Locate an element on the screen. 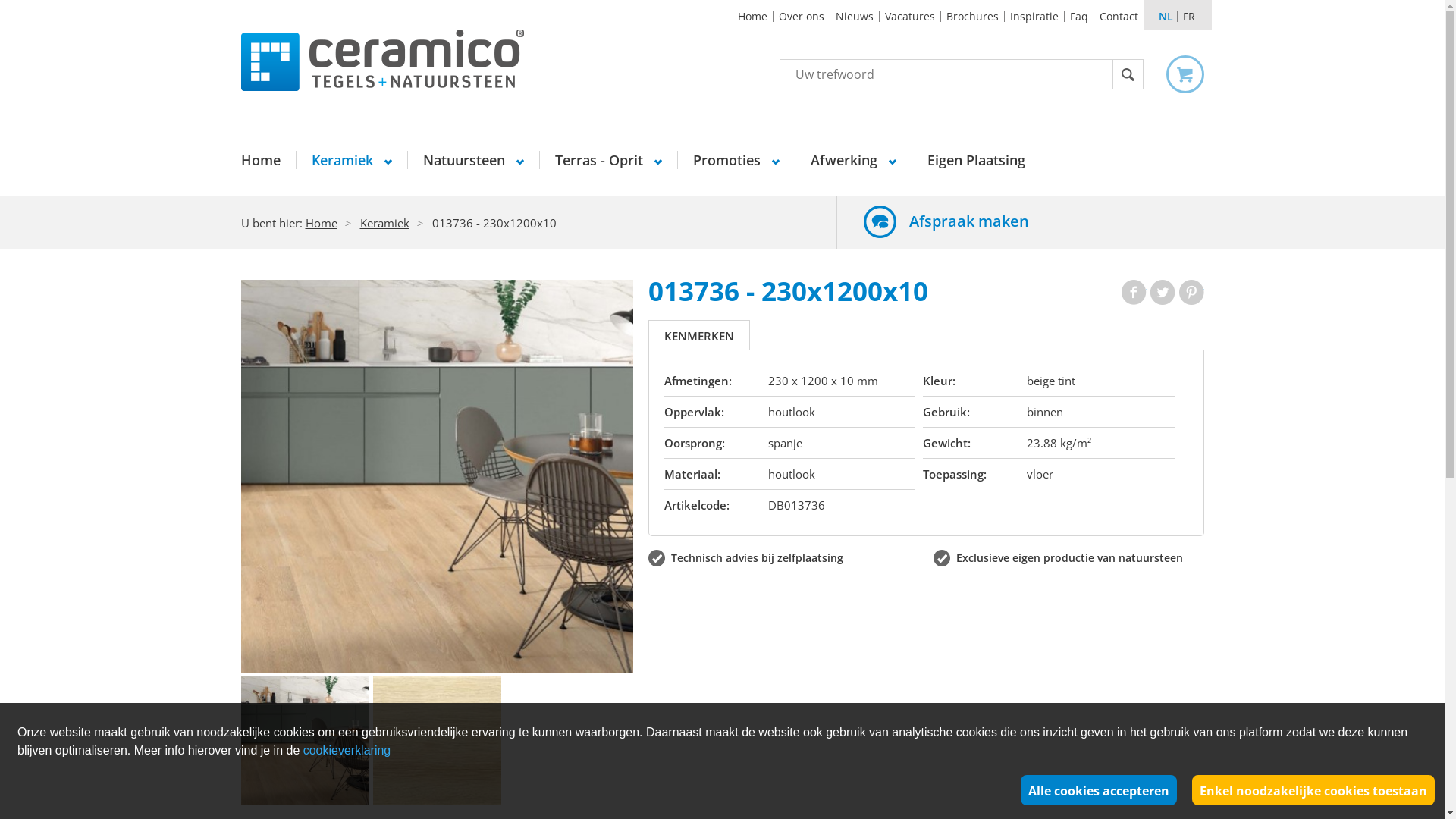 The image size is (1456, 819). 'Pinterest' is located at coordinates (1190, 292).